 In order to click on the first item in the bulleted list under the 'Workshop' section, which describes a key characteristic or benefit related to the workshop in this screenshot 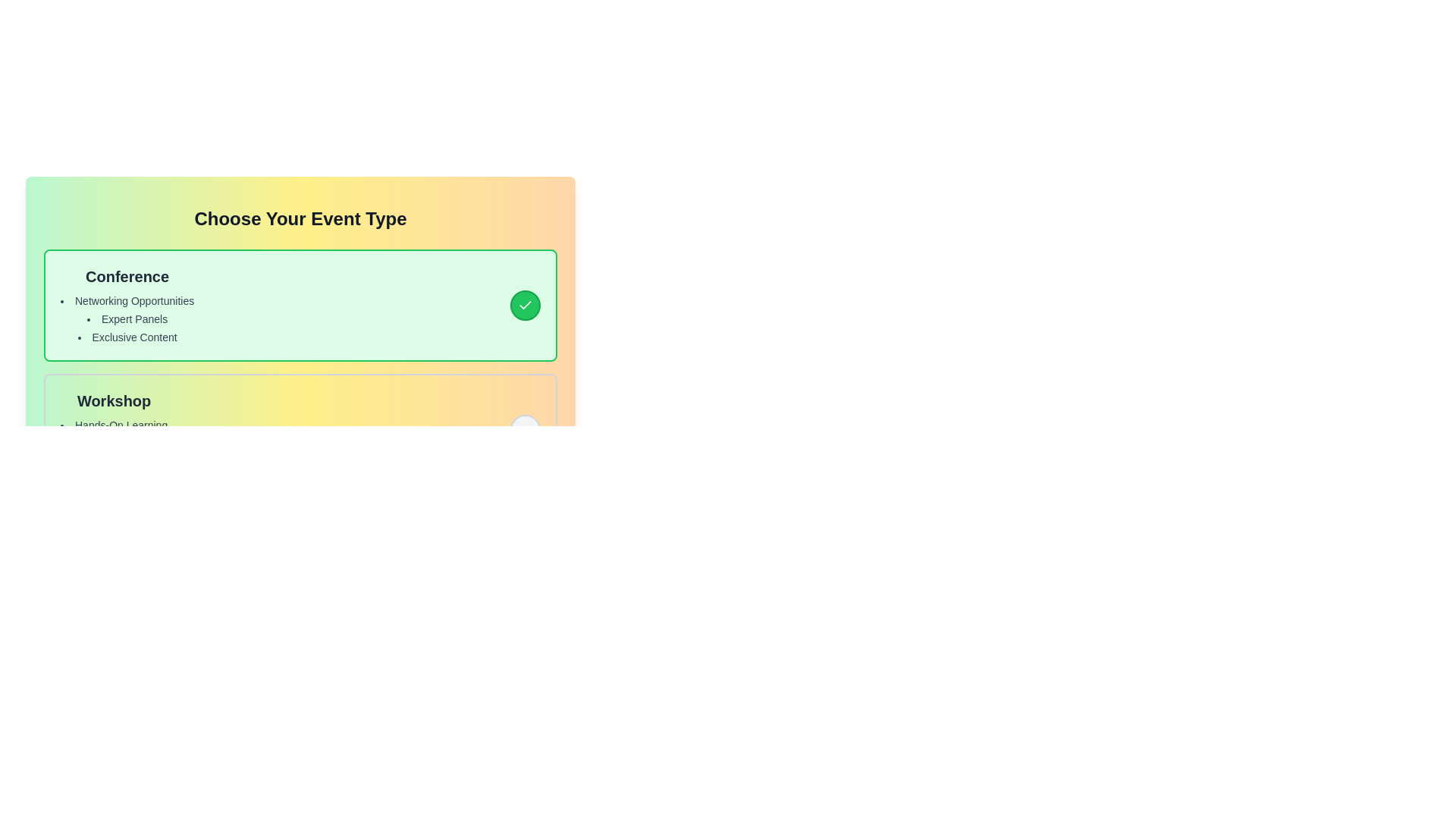, I will do `click(113, 425)`.